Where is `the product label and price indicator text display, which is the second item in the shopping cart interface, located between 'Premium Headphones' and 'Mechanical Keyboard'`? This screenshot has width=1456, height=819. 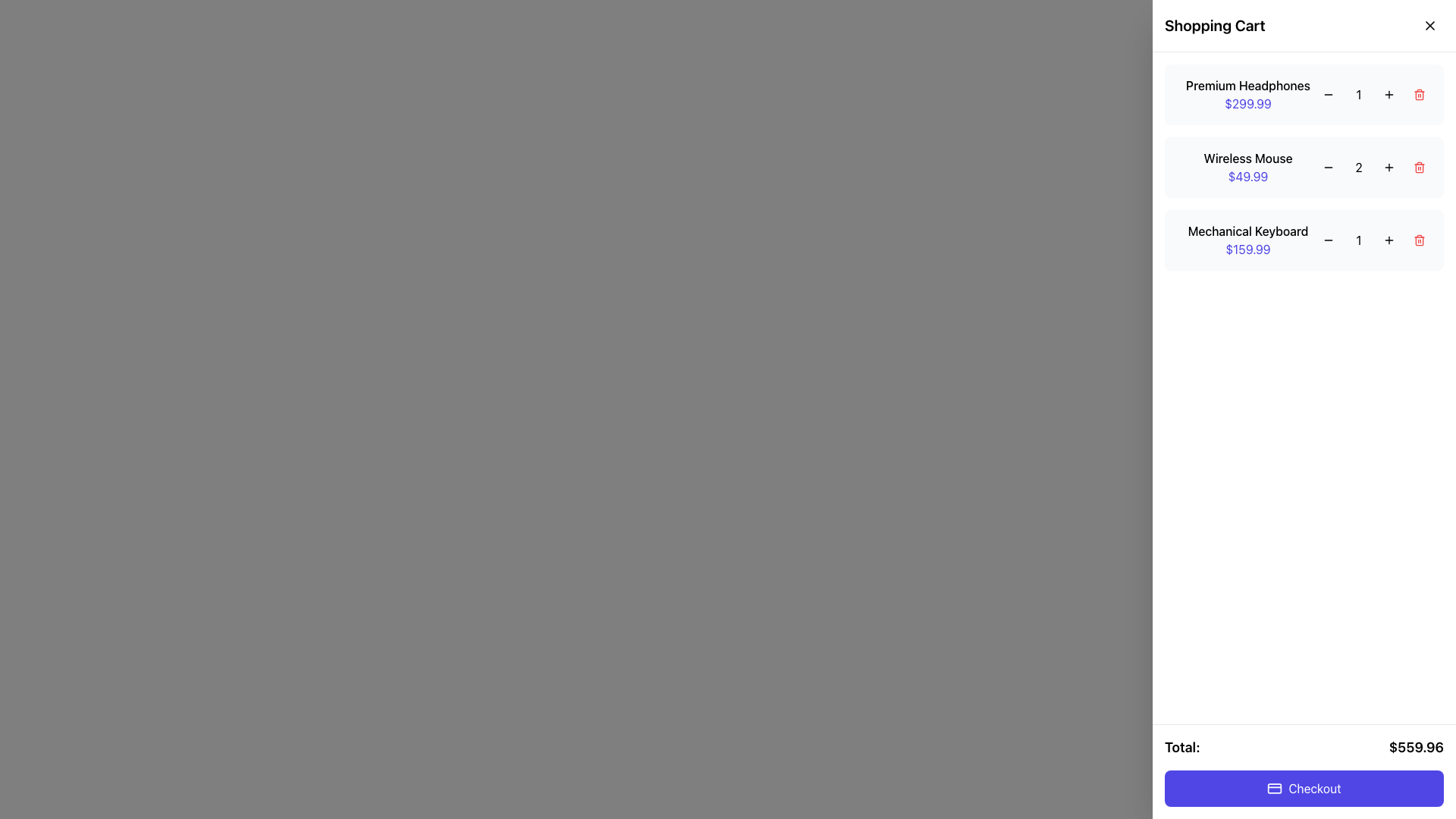 the product label and price indicator text display, which is the second item in the shopping cart interface, located between 'Premium Headphones' and 'Mechanical Keyboard' is located at coordinates (1248, 167).